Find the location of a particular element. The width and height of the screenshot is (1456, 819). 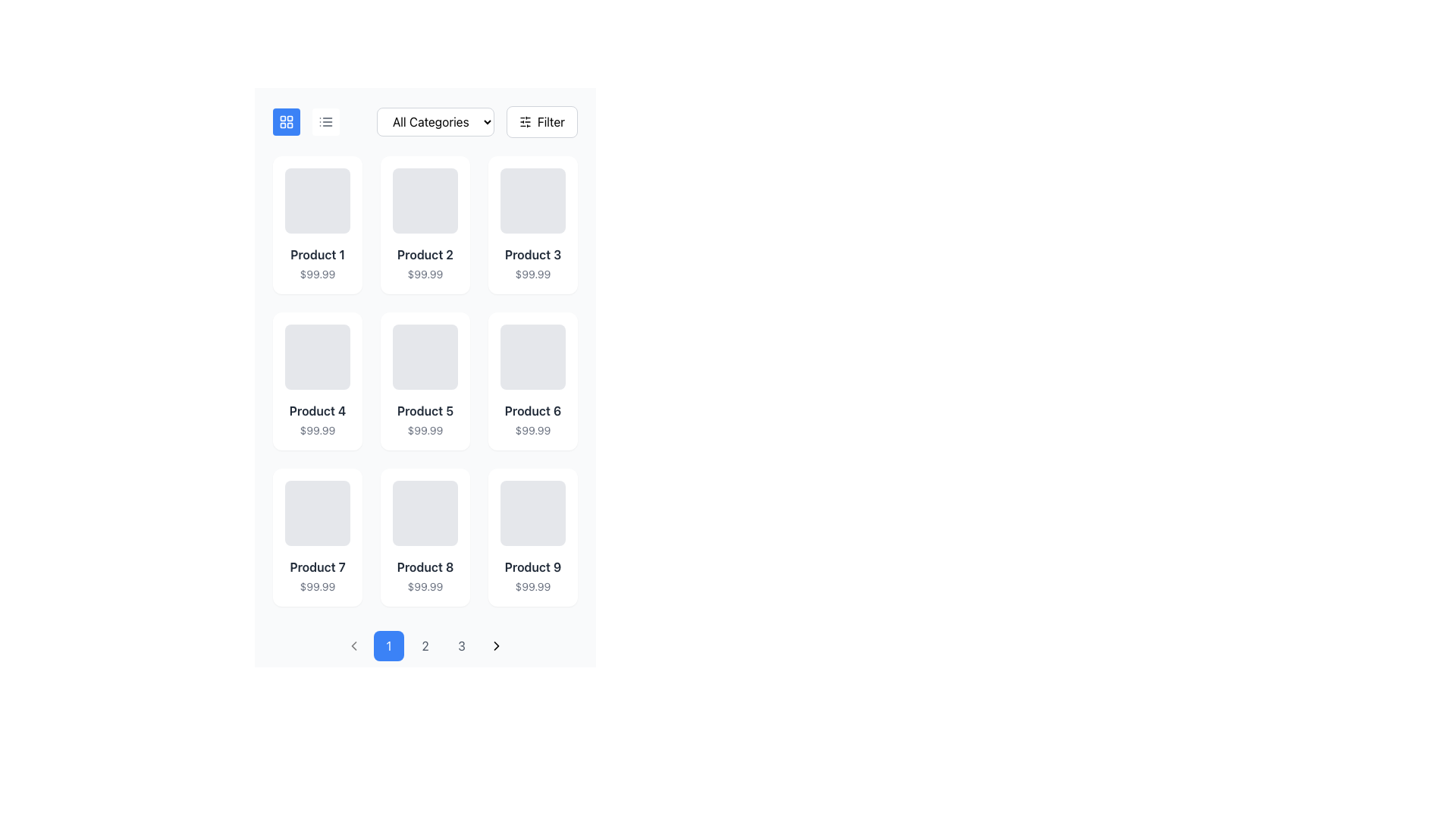

the small, square-shaped blue button with rounded corners that contains a grid layout icon is located at coordinates (287, 121).